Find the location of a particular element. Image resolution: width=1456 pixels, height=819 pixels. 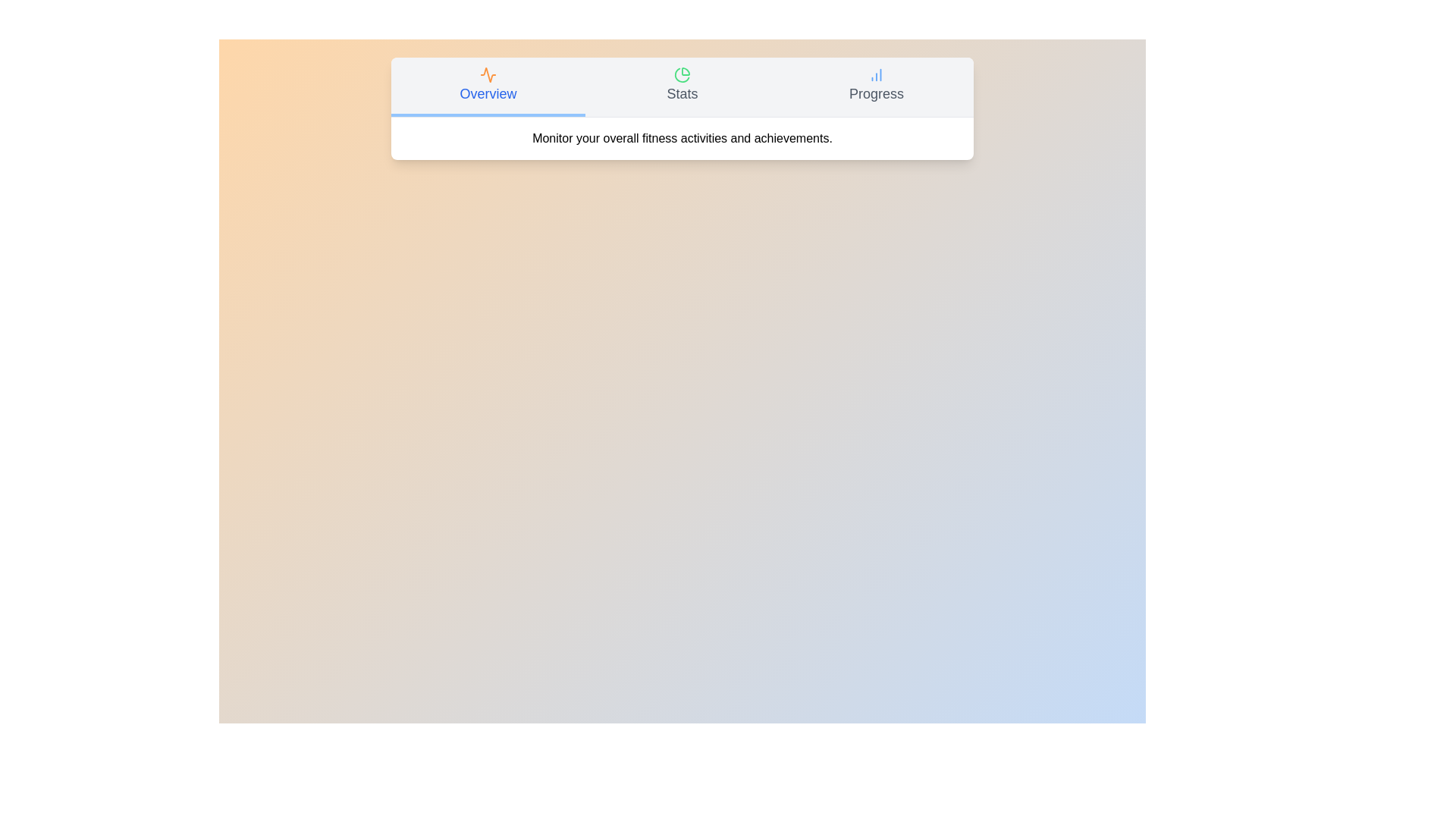

the Overview tab to view its content is located at coordinates (488, 87).